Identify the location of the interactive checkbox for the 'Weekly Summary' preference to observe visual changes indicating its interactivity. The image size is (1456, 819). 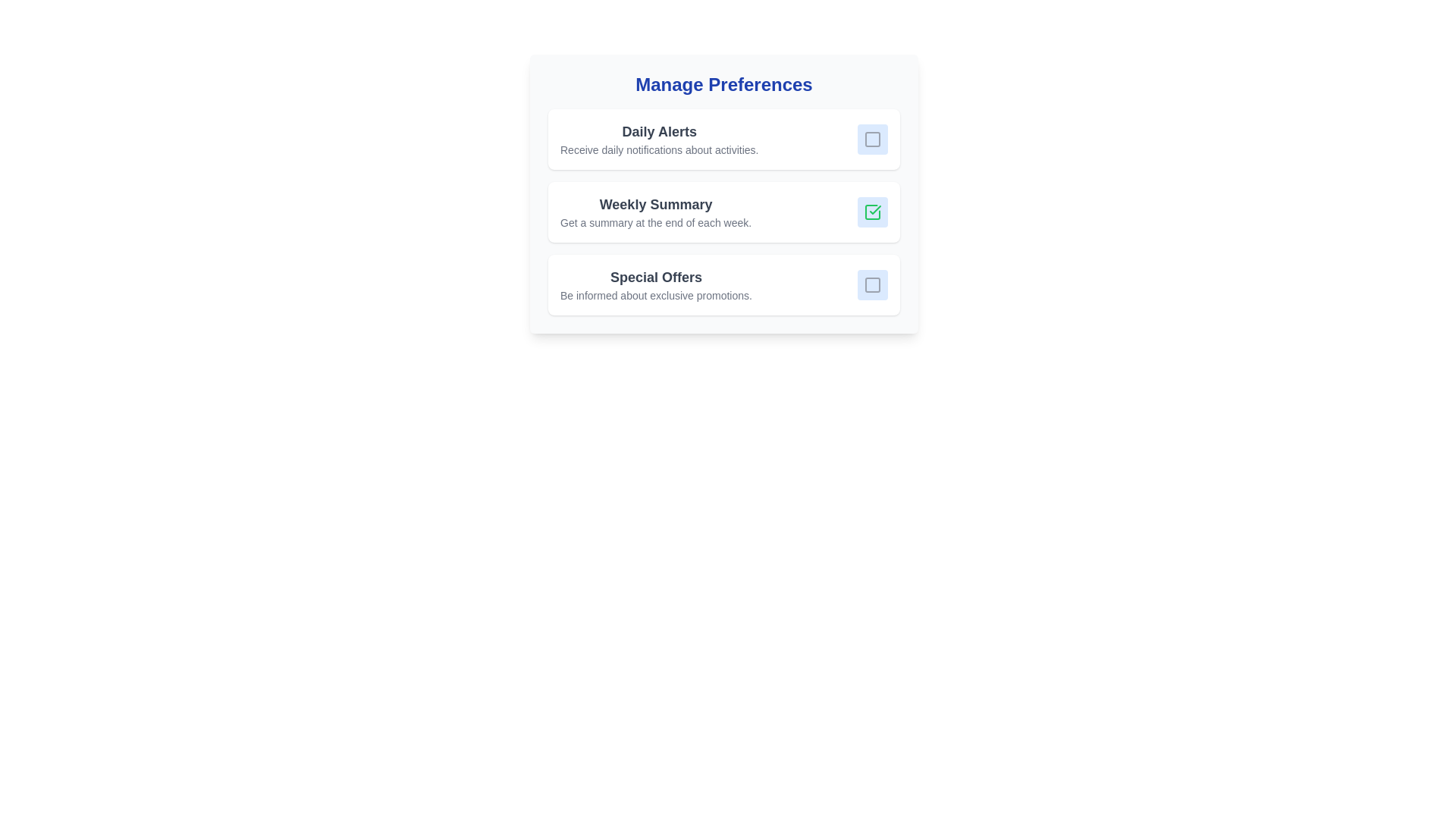
(873, 212).